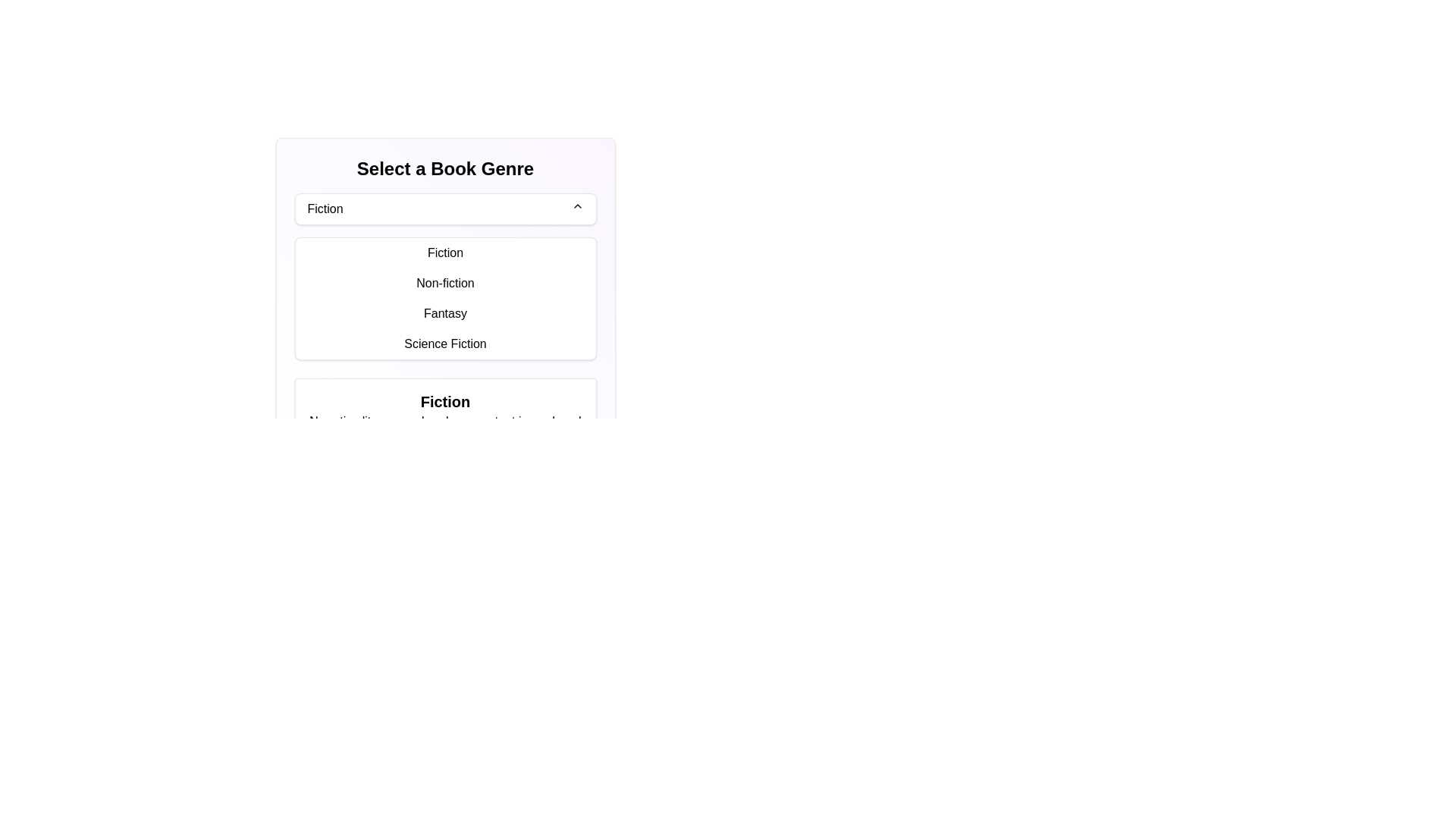 The height and width of the screenshot is (819, 1456). What do you see at coordinates (444, 284) in the screenshot?
I see `the 'Non-fiction' selectable list item` at bounding box center [444, 284].